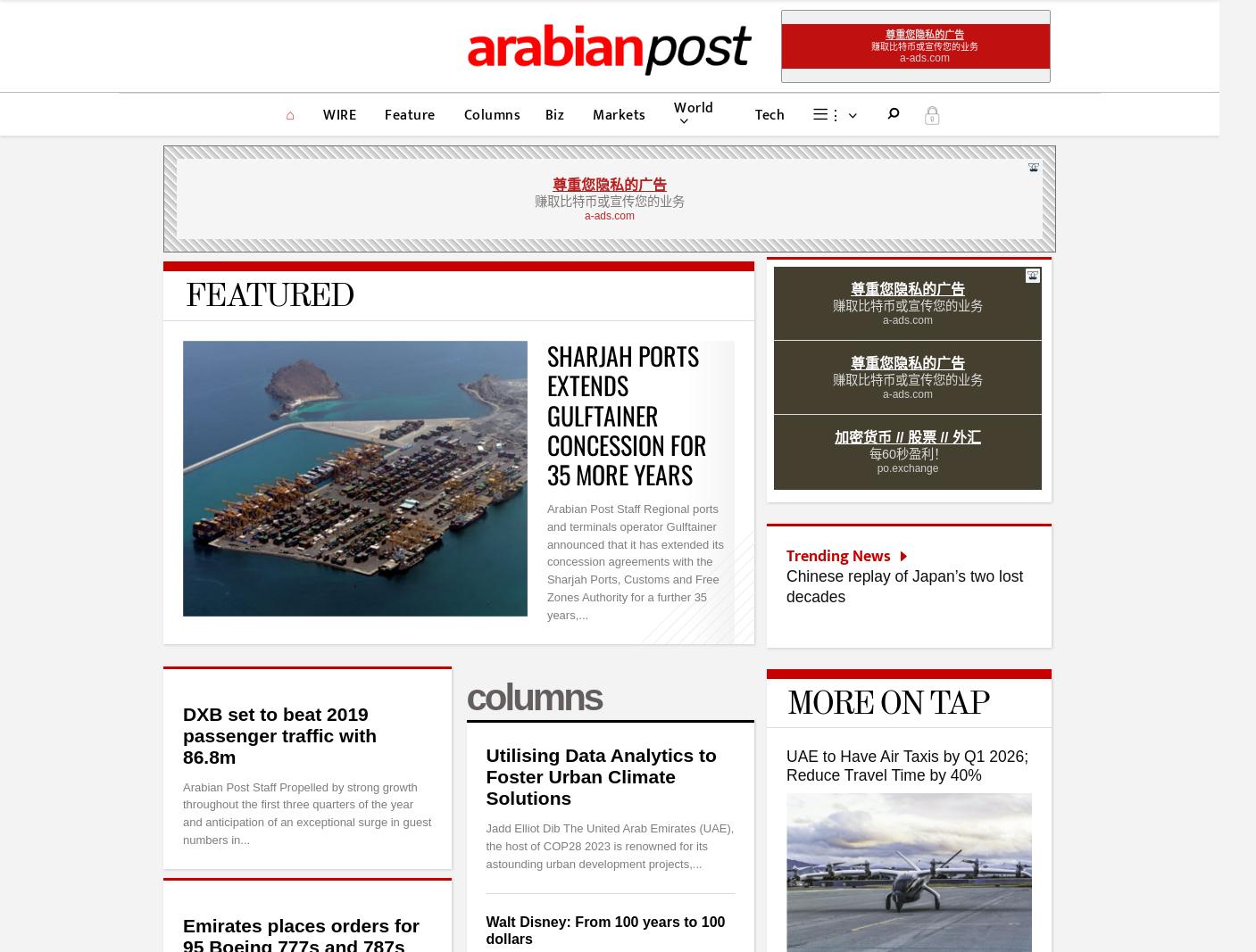 This screenshot has height=952, width=1256. Describe the element at coordinates (608, 865) in the screenshot. I see `'Your Ad here'` at that location.